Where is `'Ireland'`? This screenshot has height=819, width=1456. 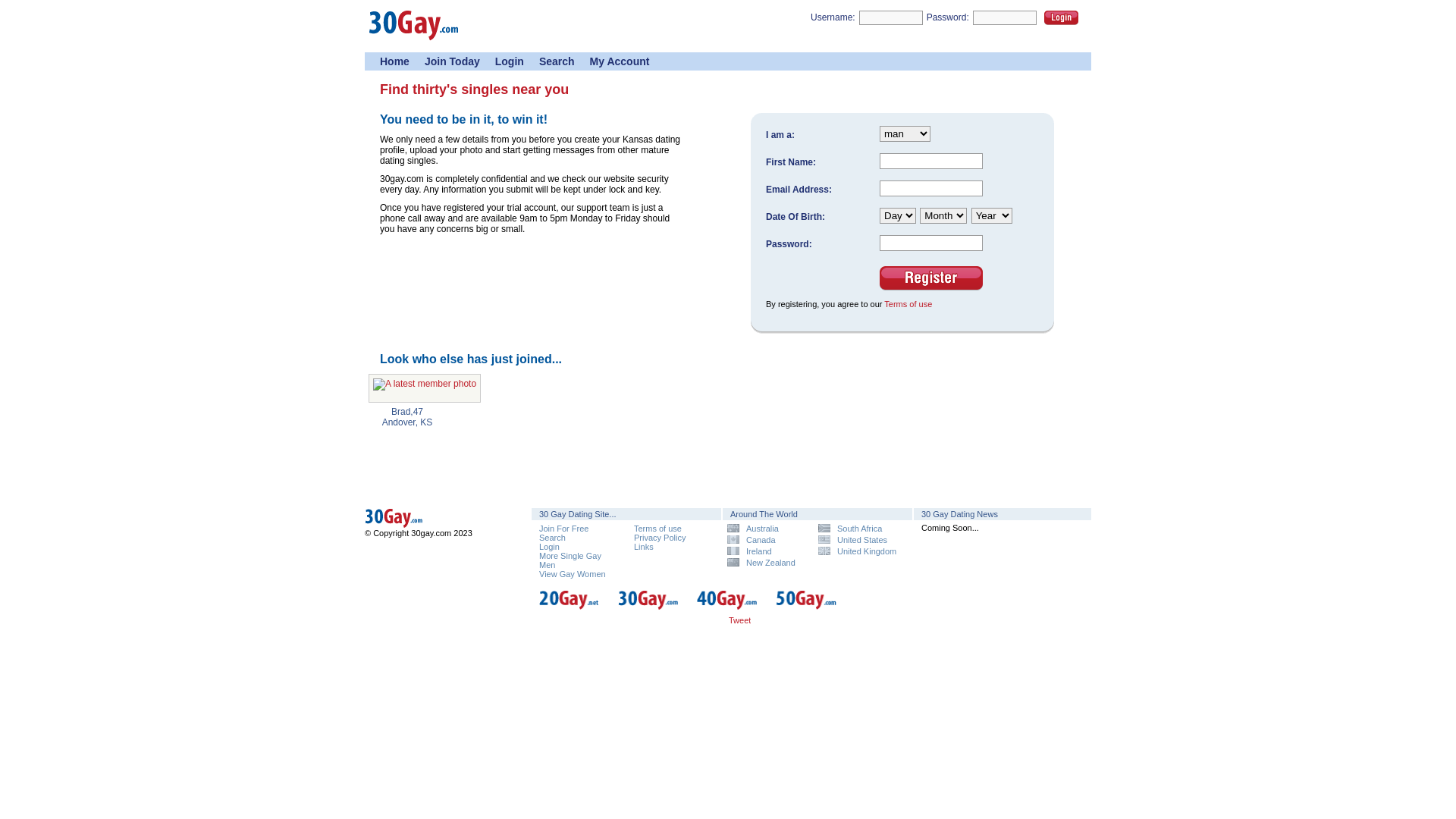
'Ireland' is located at coordinates (767, 551).